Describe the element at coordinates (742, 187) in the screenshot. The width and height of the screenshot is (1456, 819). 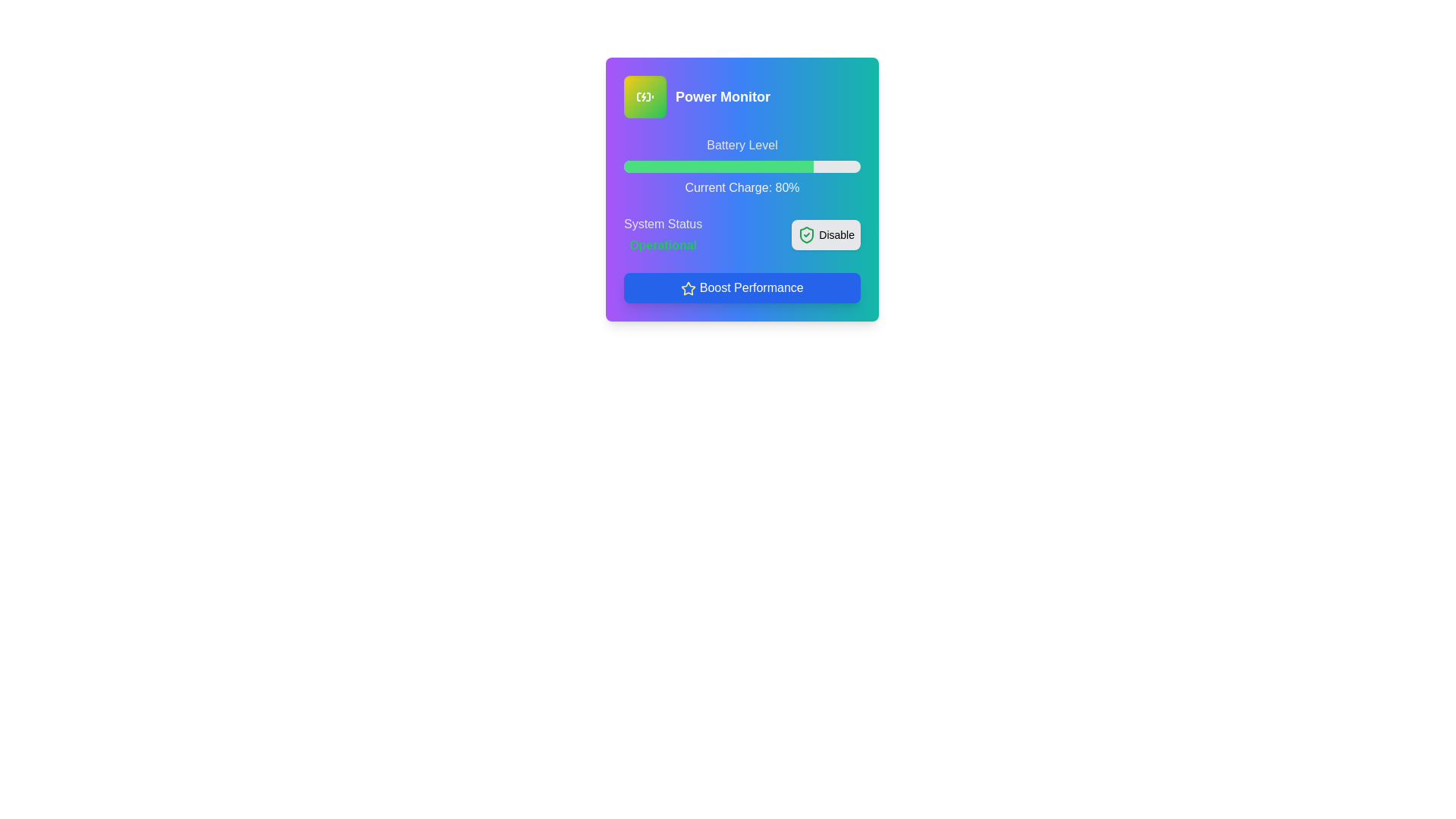
I see `the static text label that displays the current charge percentage, located in the middle of a card, under the battery level progress bar, and above the system status information` at that location.